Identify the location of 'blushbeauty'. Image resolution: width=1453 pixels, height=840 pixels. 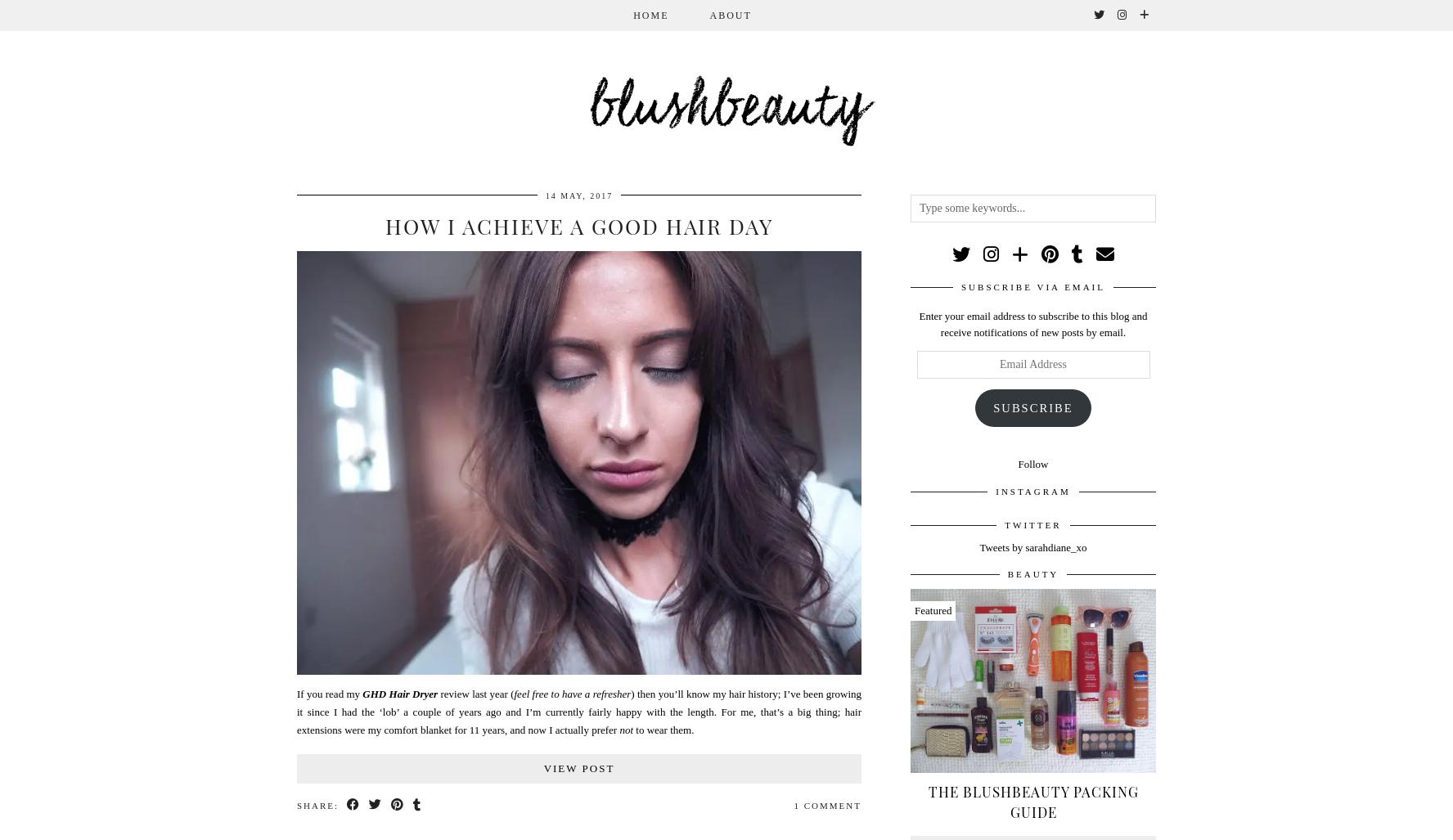
(587, 110).